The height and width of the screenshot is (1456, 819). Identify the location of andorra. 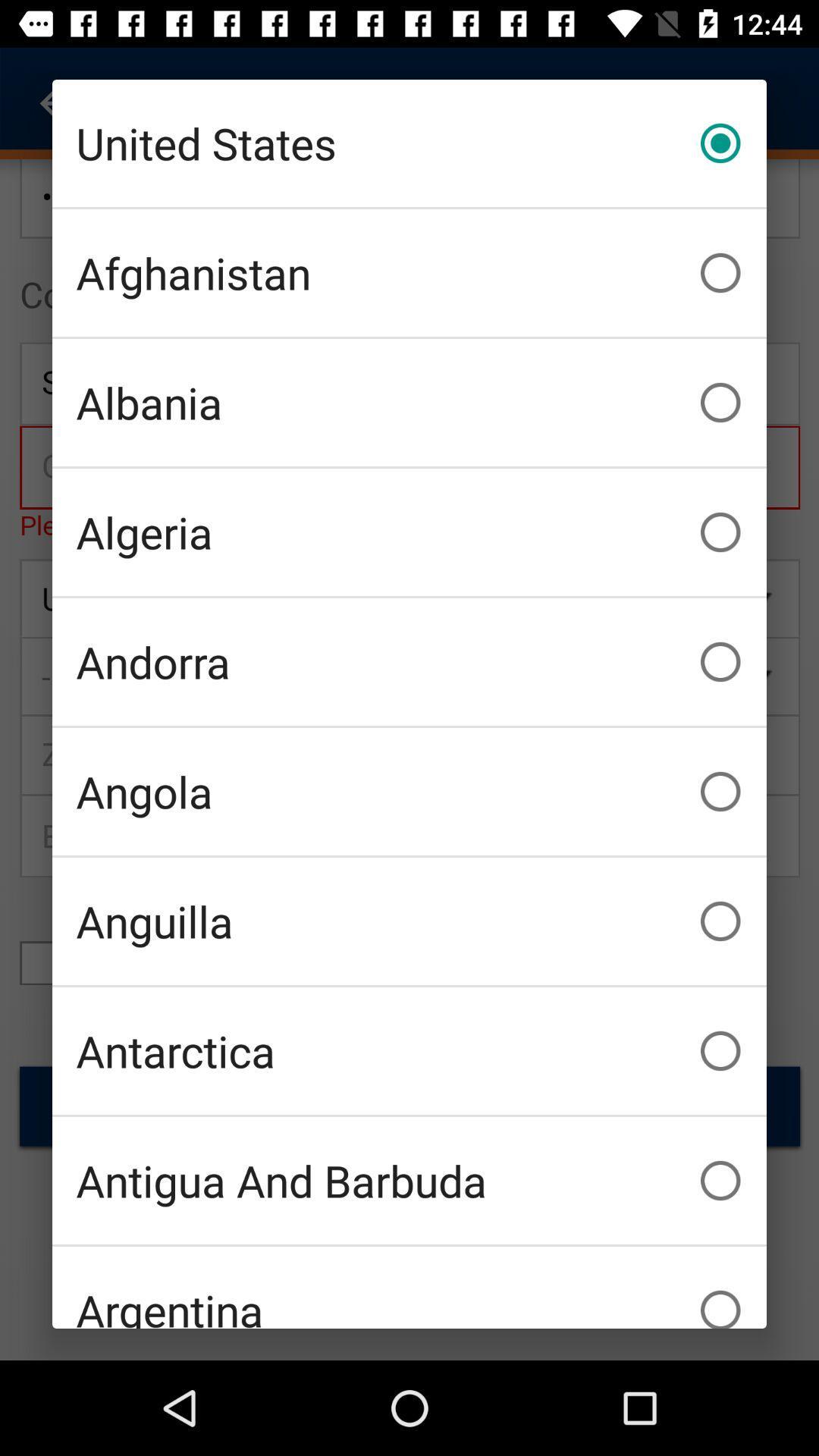
(409, 662).